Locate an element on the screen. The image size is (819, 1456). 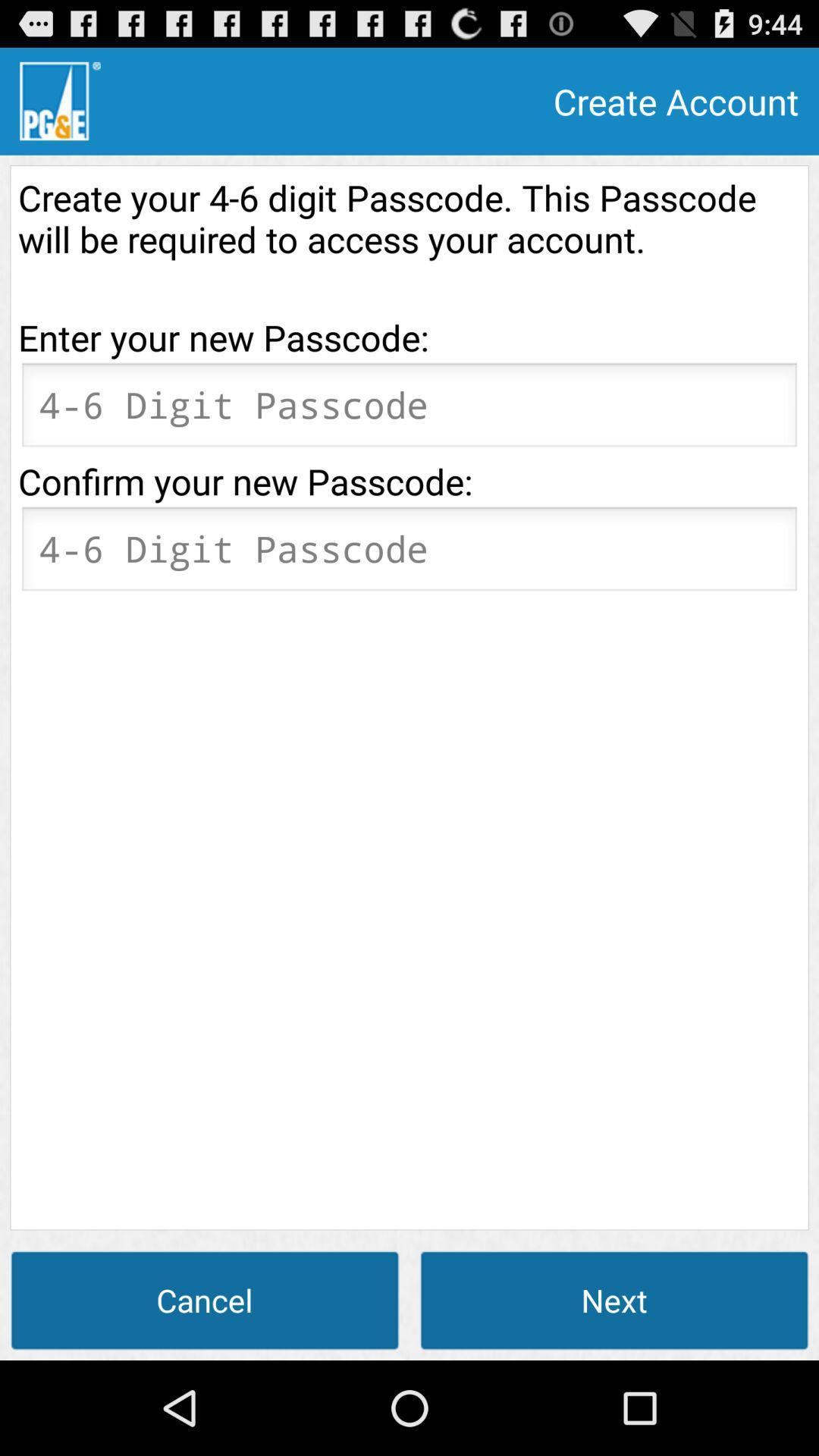
new password is located at coordinates (409, 409).